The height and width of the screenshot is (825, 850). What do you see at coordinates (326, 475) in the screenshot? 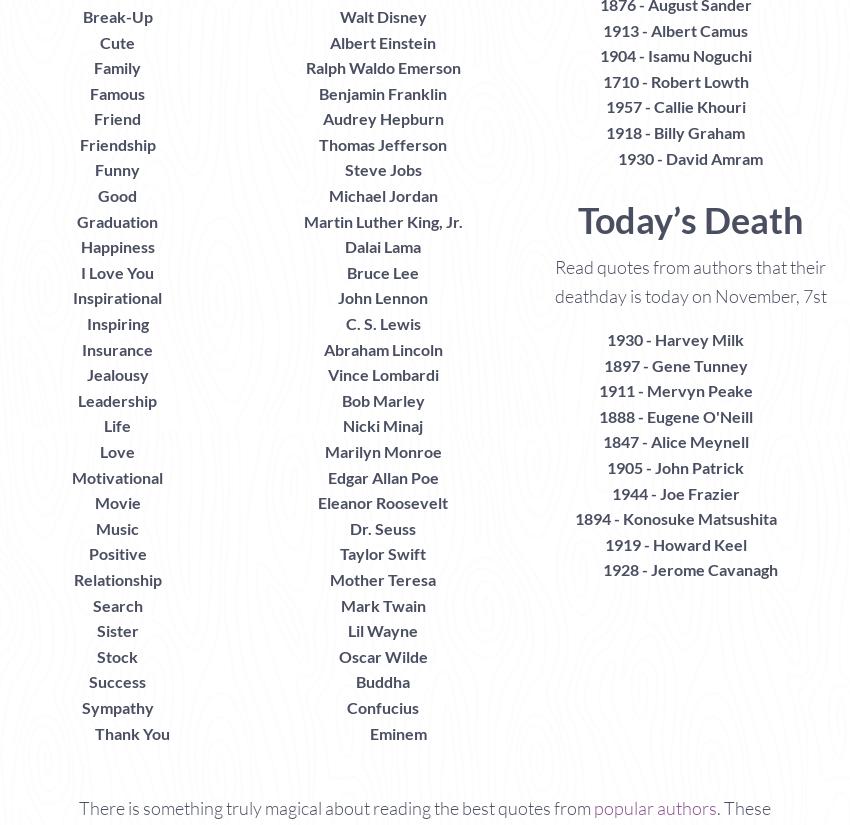
I see `'Edgar Allan Poe'` at bounding box center [326, 475].